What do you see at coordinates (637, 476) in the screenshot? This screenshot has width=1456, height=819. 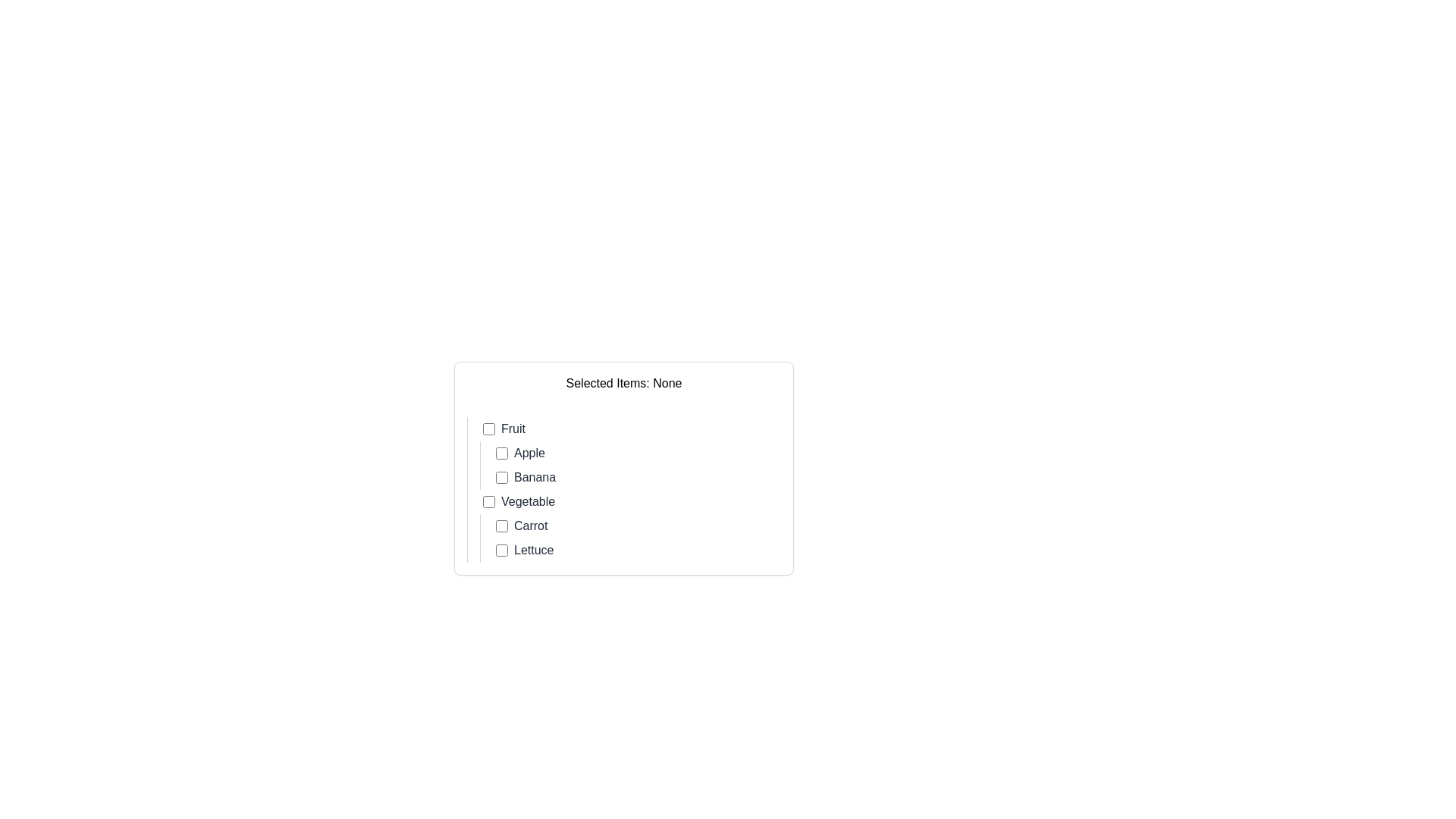 I see `the checkbox labeled 'Banana'` at bounding box center [637, 476].